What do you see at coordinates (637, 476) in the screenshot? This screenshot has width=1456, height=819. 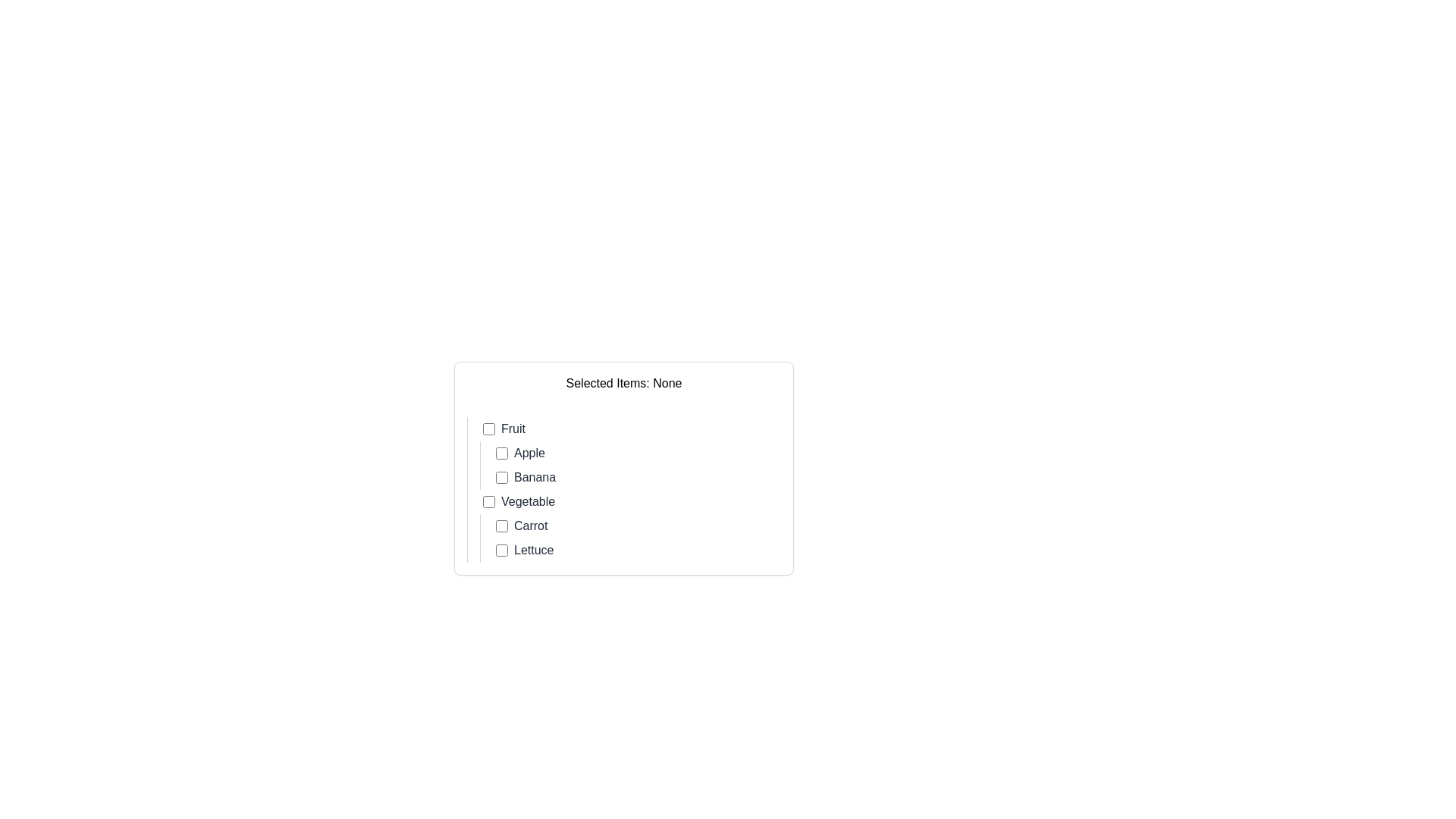 I see `the checkbox labeled 'Banana'` at bounding box center [637, 476].